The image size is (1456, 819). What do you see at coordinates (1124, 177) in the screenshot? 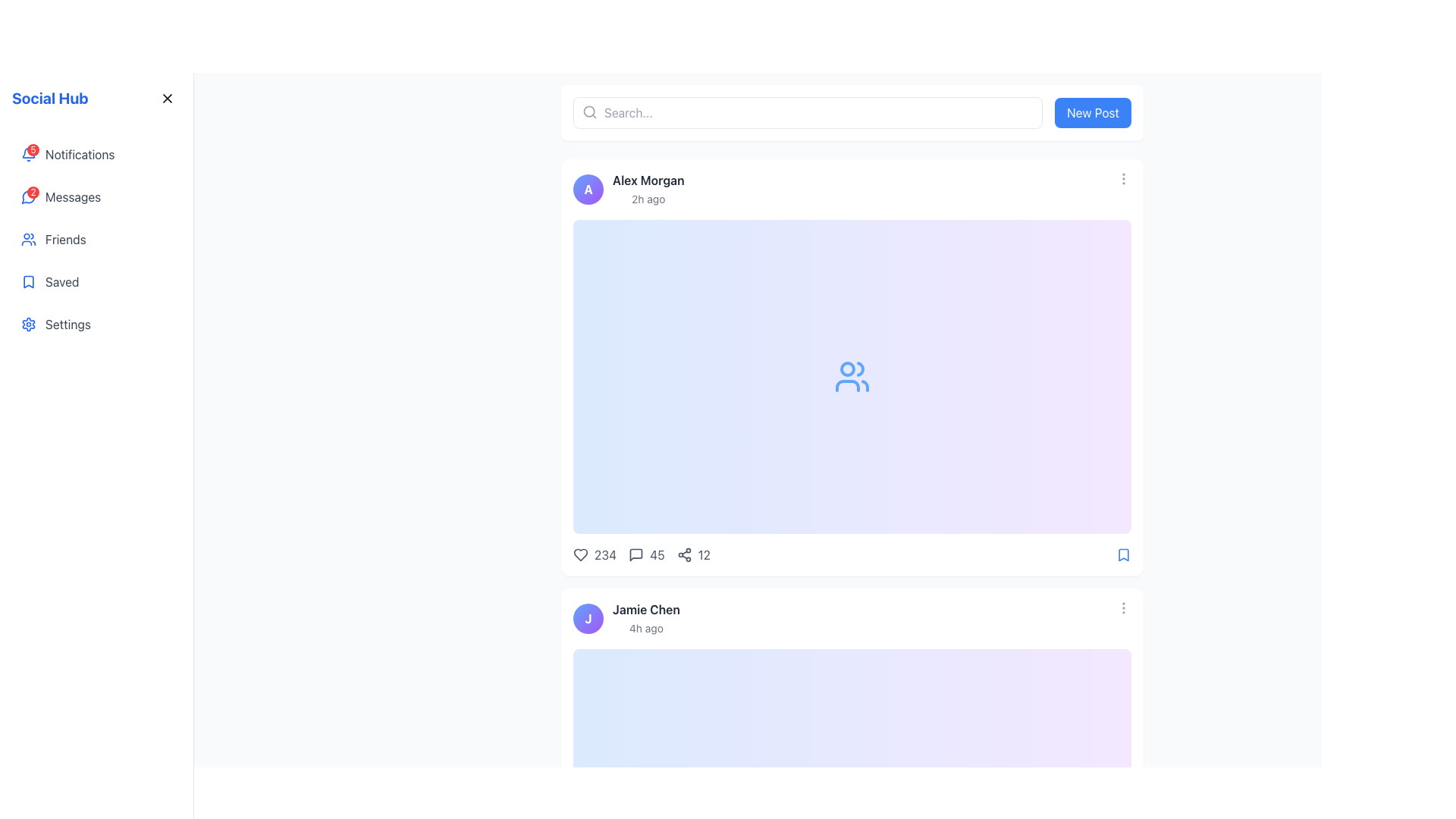
I see `the vertical ellipsis icon located at the top-right corner of the Alex Morgan post` at bounding box center [1124, 177].